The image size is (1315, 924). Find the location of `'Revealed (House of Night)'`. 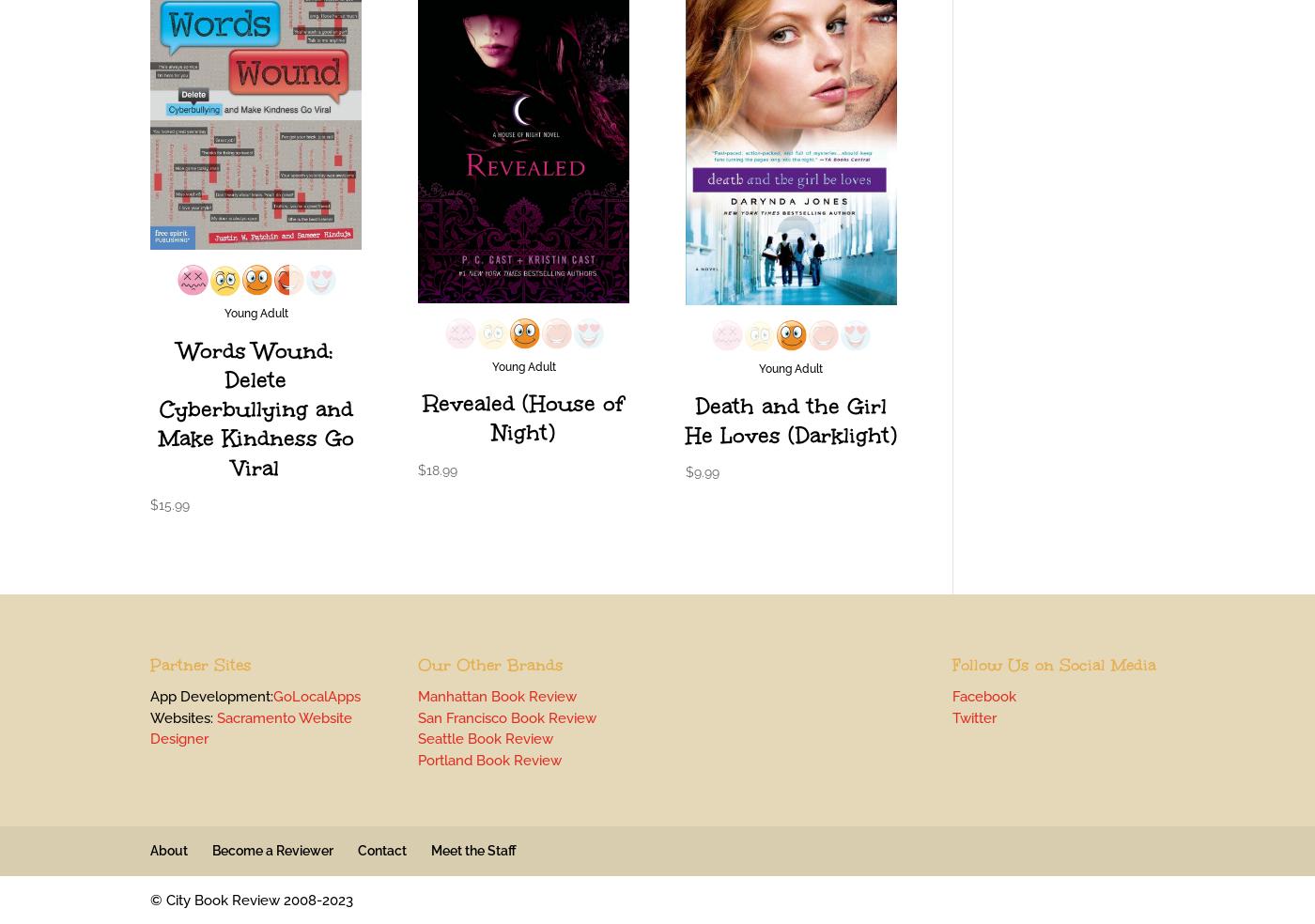

'Revealed (House of Night)' is located at coordinates (523, 417).